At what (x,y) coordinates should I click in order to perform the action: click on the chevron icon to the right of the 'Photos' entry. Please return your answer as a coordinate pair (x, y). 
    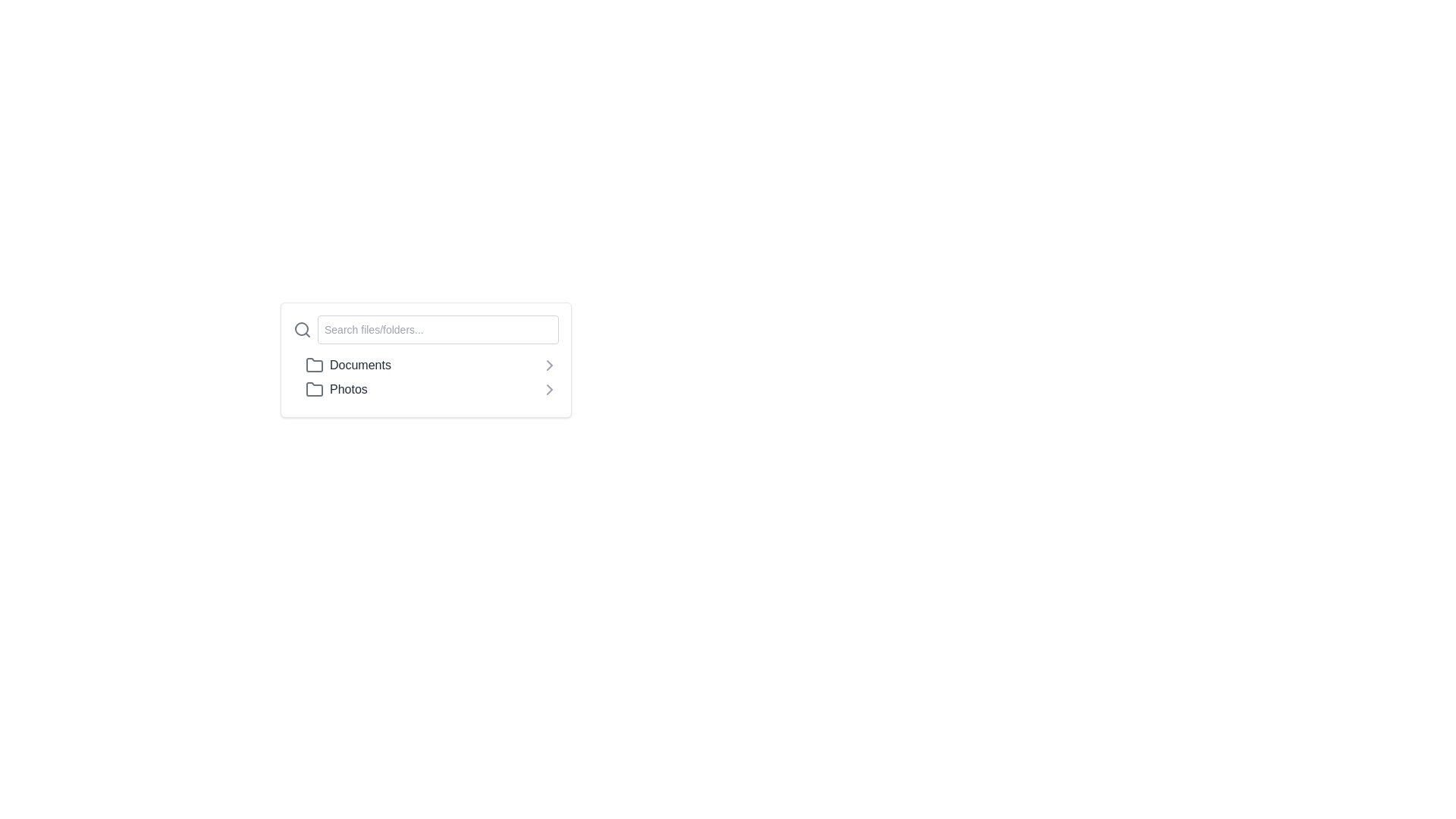
    Looking at the image, I should click on (548, 388).